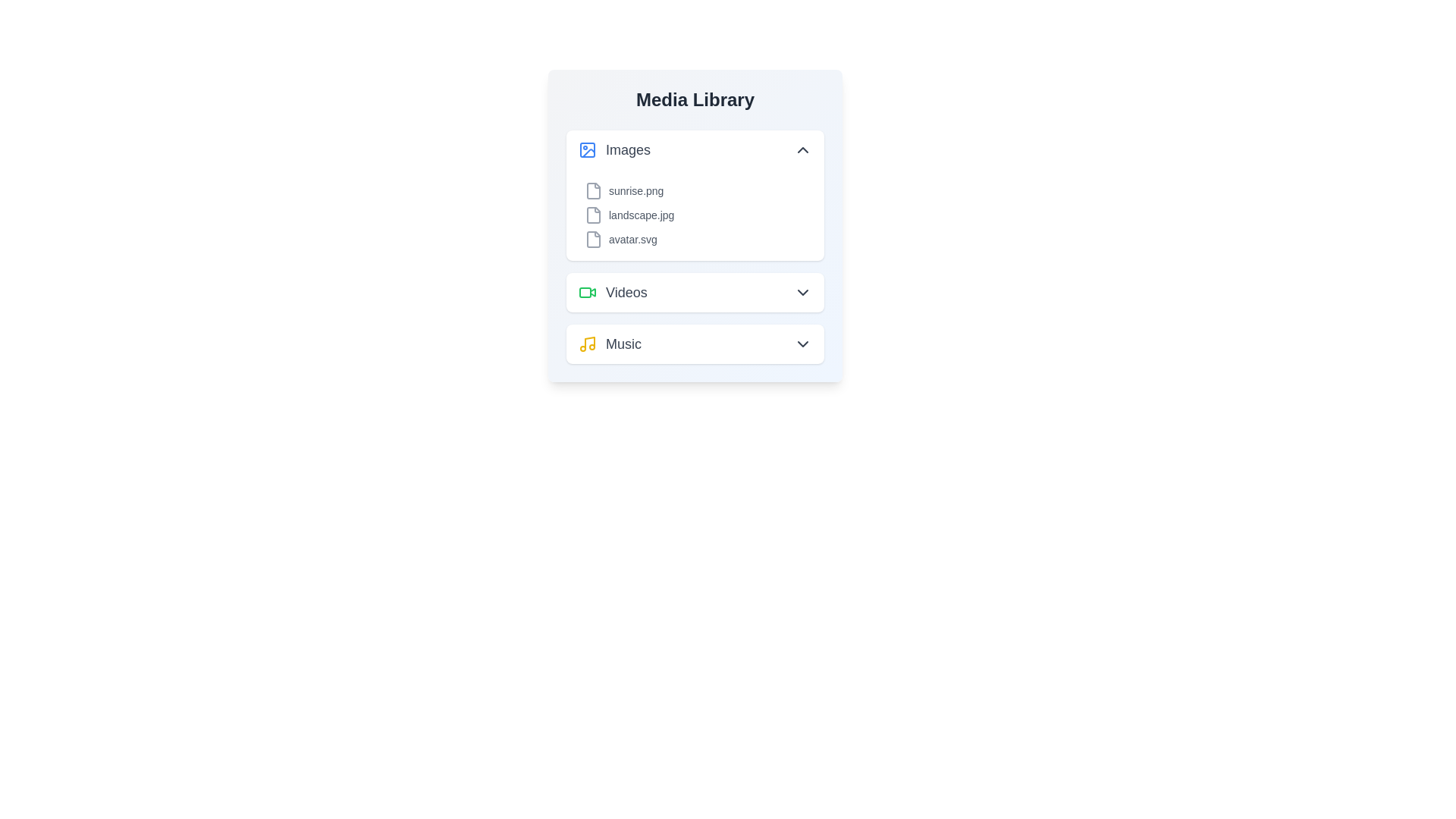  I want to click on the small blue icon resembling an image symbol, which is located to the left of the 'Images' label in the 'Media Library' section, so click(586, 149).